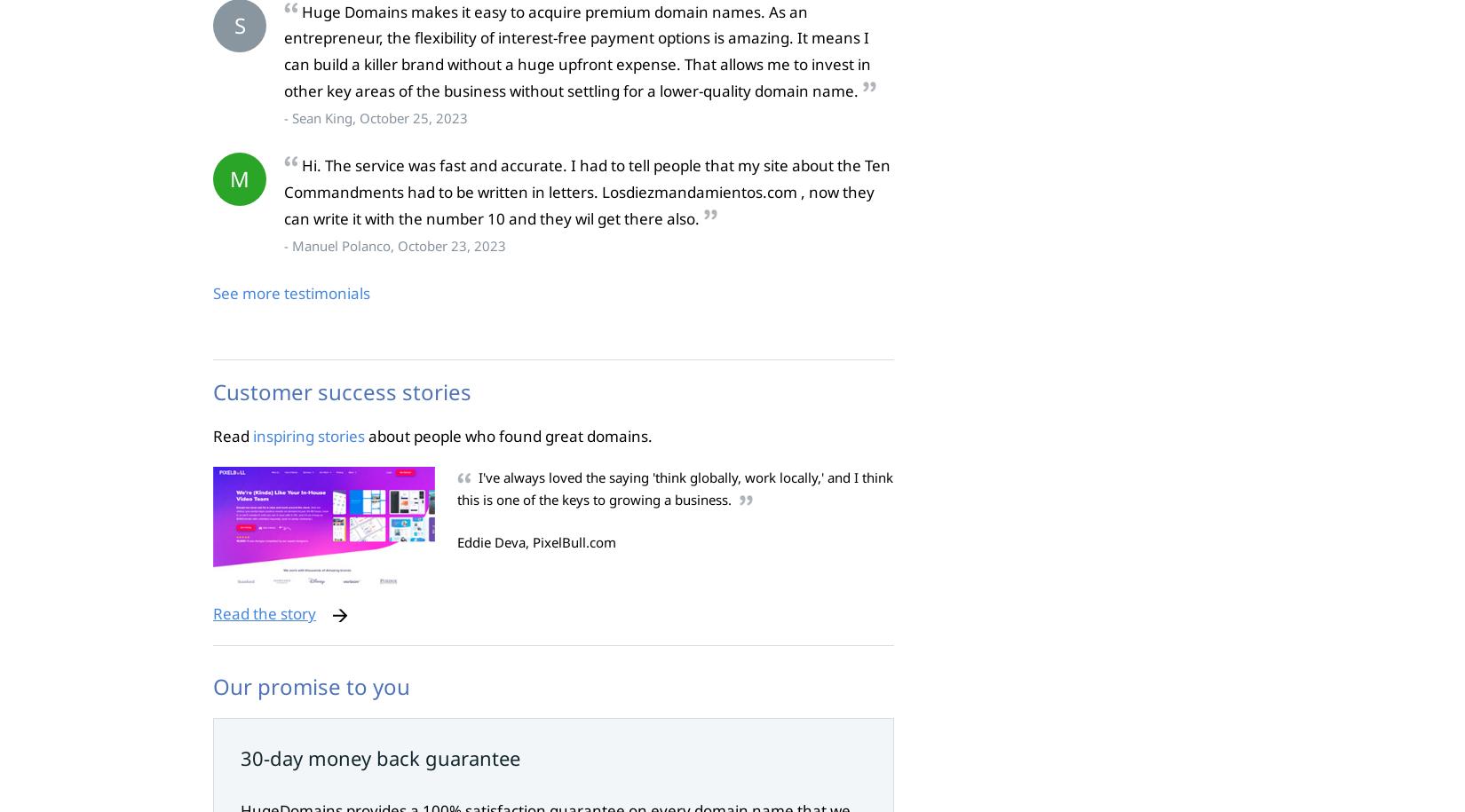  What do you see at coordinates (394, 243) in the screenshot?
I see `'- Manuel Polanco, October 23, 2023'` at bounding box center [394, 243].